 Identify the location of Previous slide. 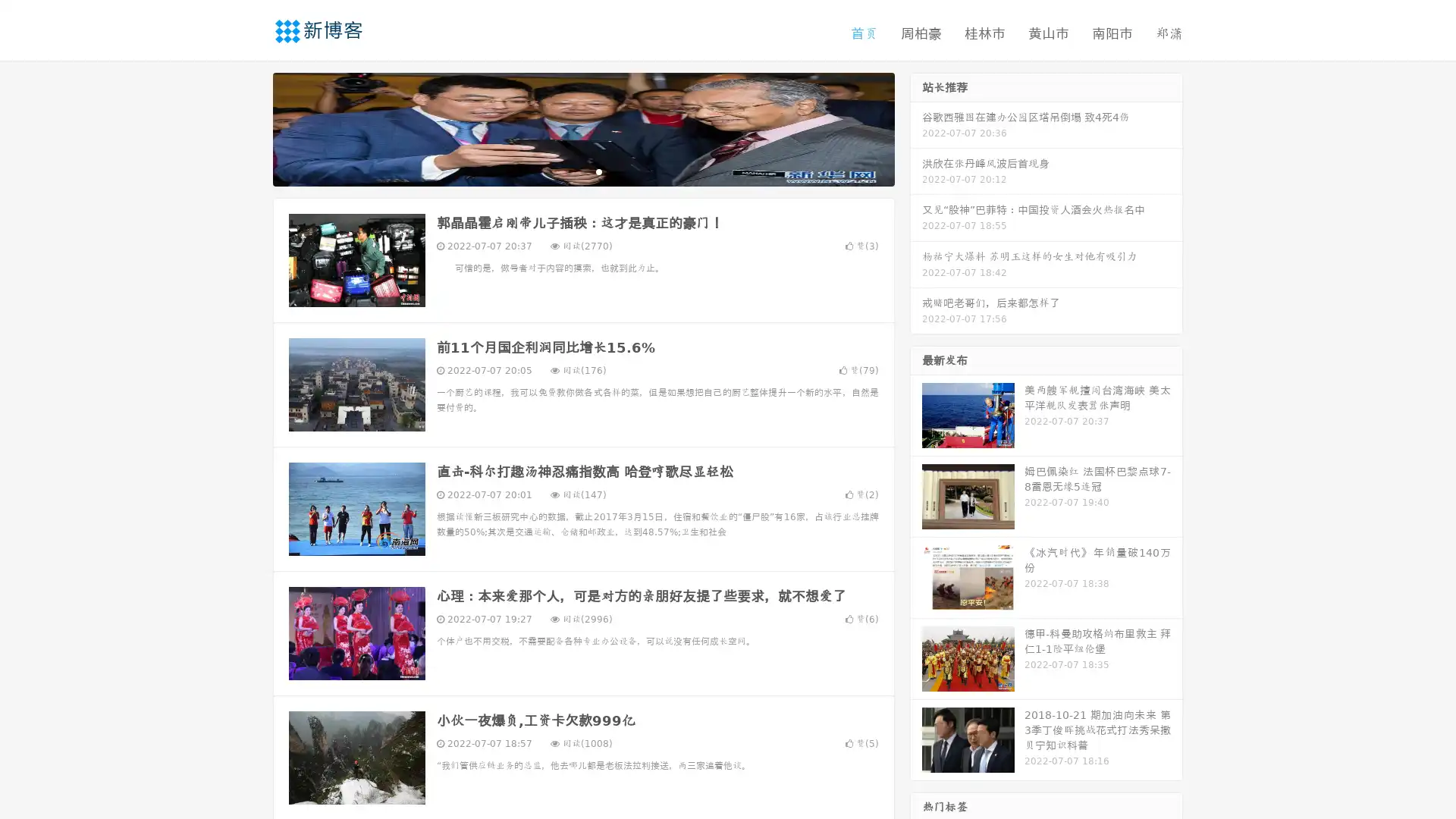
(250, 127).